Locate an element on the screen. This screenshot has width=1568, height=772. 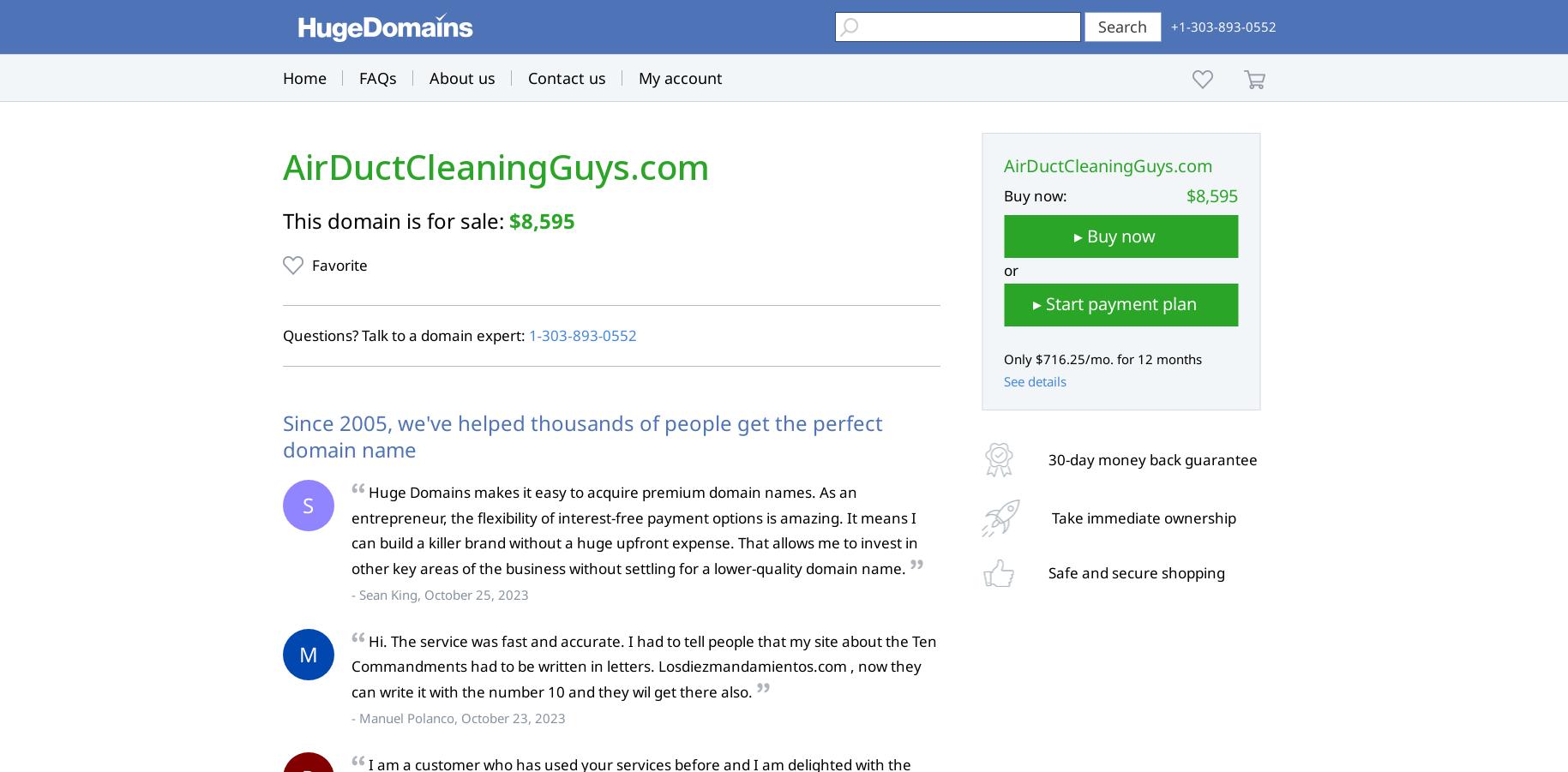
'Huge Domains makes it easy to acquire premium domain names. As an entrepreneur, the flexibility of interest-free payment options is amazing. It means I can build a killer brand without a huge upfront expense. That allows me to invest in other key areas of the business without settling for a lower-quality domain name.' is located at coordinates (349, 529).